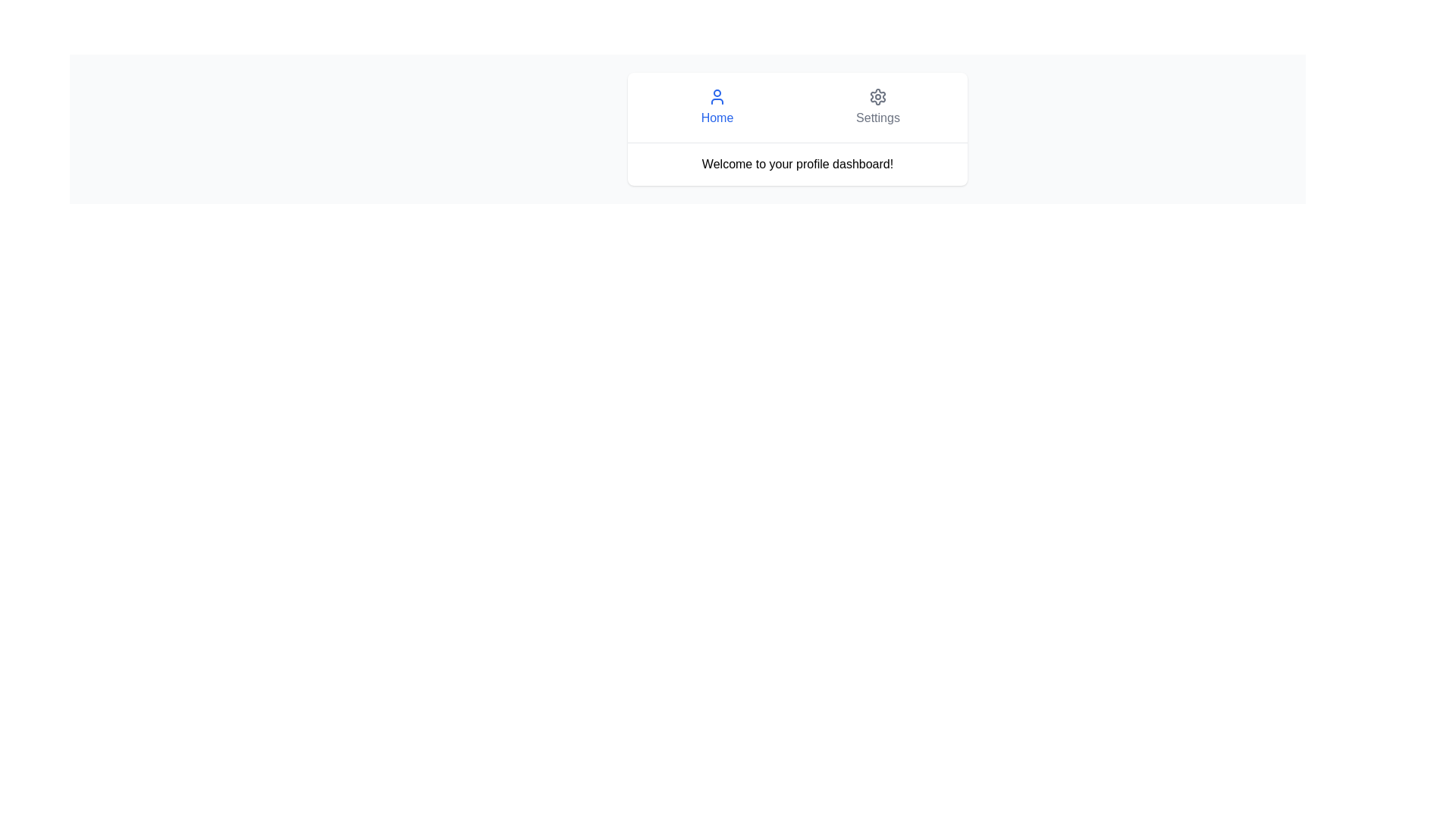 Image resolution: width=1456 pixels, height=819 pixels. I want to click on the welcoming header static text on the profile dashboard, located centrally below the 'Home' and 'Settings' navigation links, so click(796, 164).